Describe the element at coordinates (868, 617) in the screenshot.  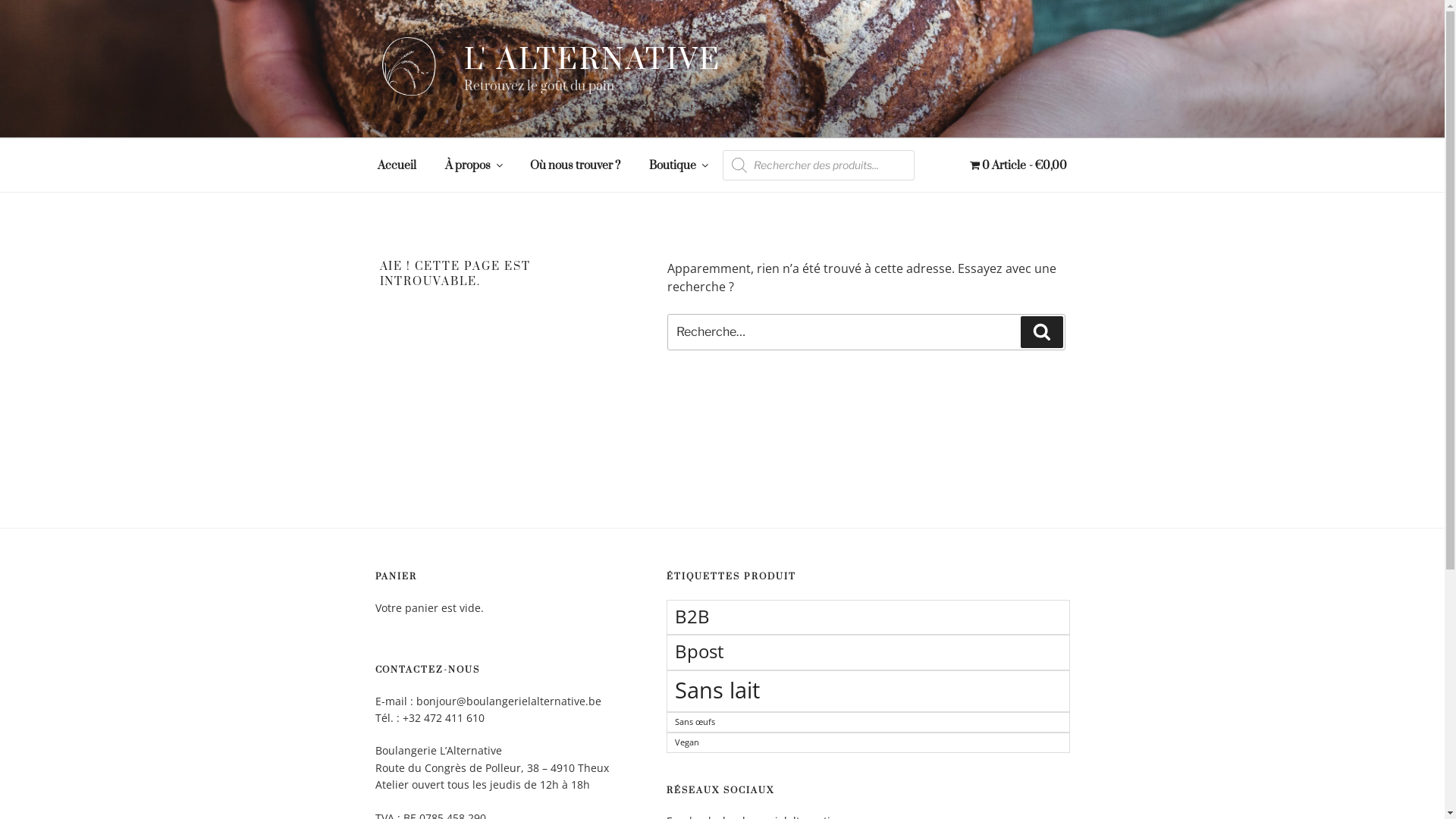
I see `'B2B'` at that location.